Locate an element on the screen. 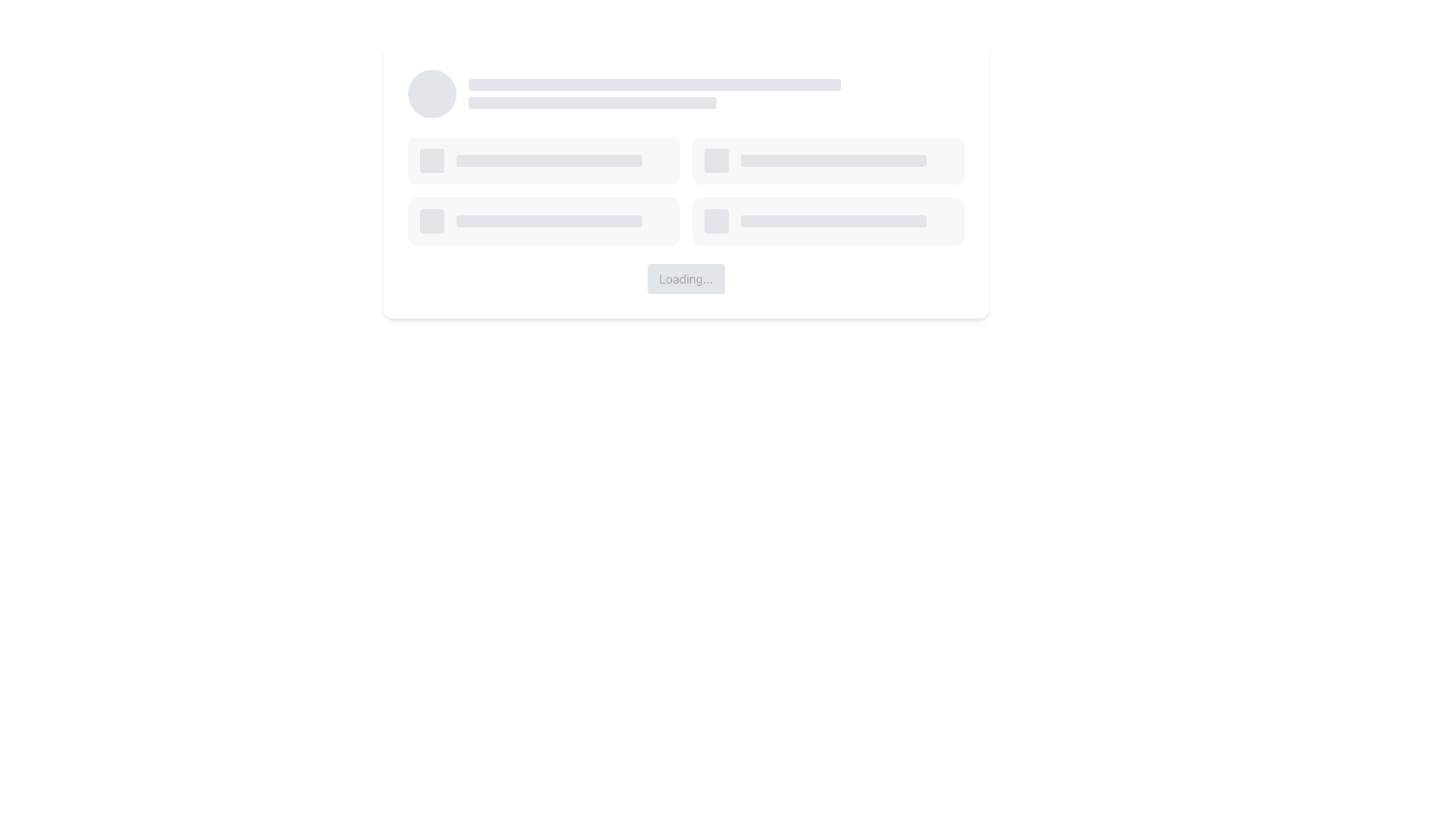 This screenshot has width=1456, height=819. the loading animation of the button-like loading indicator that displays 'Loading...' at its center, located at the bottom center of the card-like structure is located at coordinates (686, 180).